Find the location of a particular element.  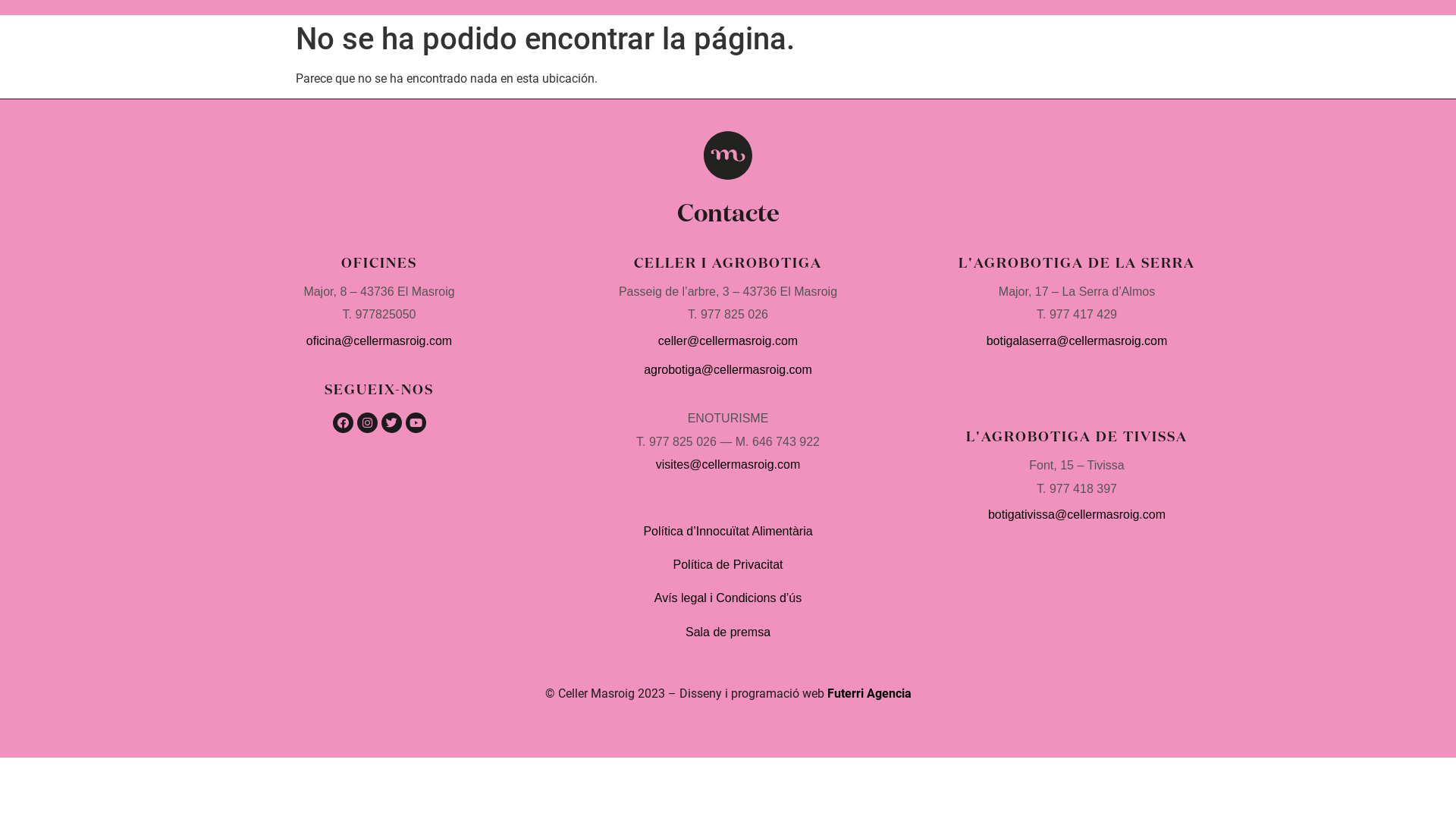

'Futerri Agencia' is located at coordinates (868, 693).